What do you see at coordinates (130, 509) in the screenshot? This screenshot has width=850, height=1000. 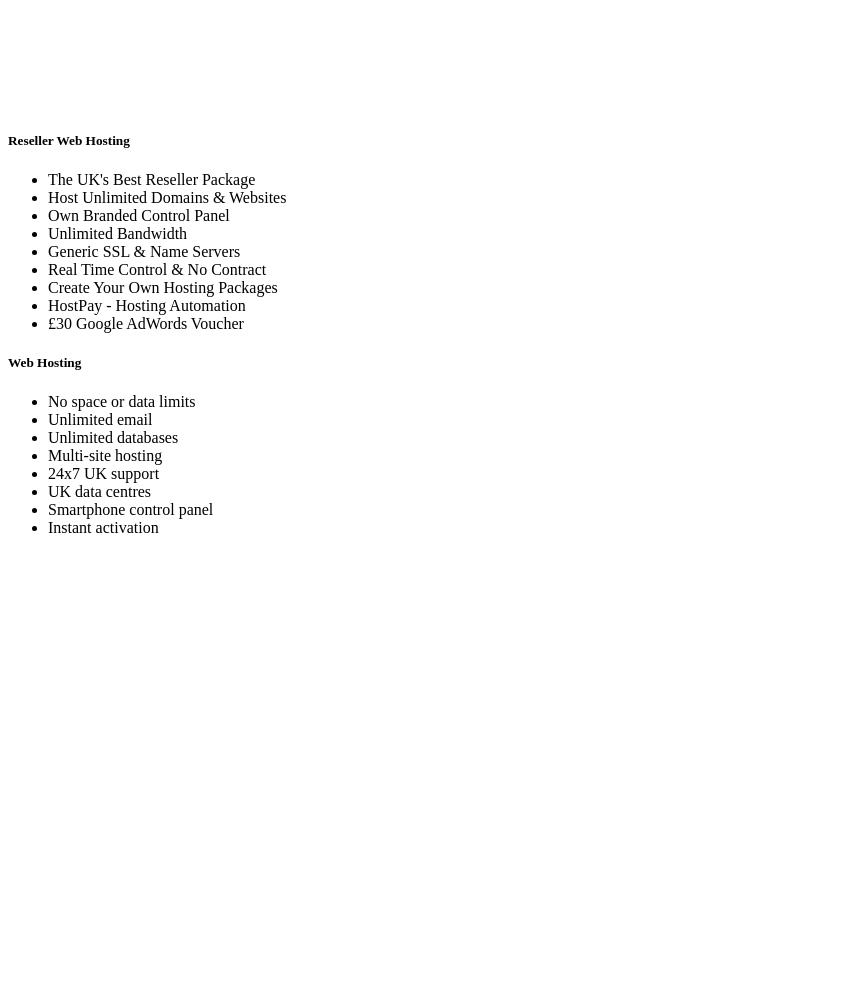 I see `'Smartphone control panel'` at bounding box center [130, 509].